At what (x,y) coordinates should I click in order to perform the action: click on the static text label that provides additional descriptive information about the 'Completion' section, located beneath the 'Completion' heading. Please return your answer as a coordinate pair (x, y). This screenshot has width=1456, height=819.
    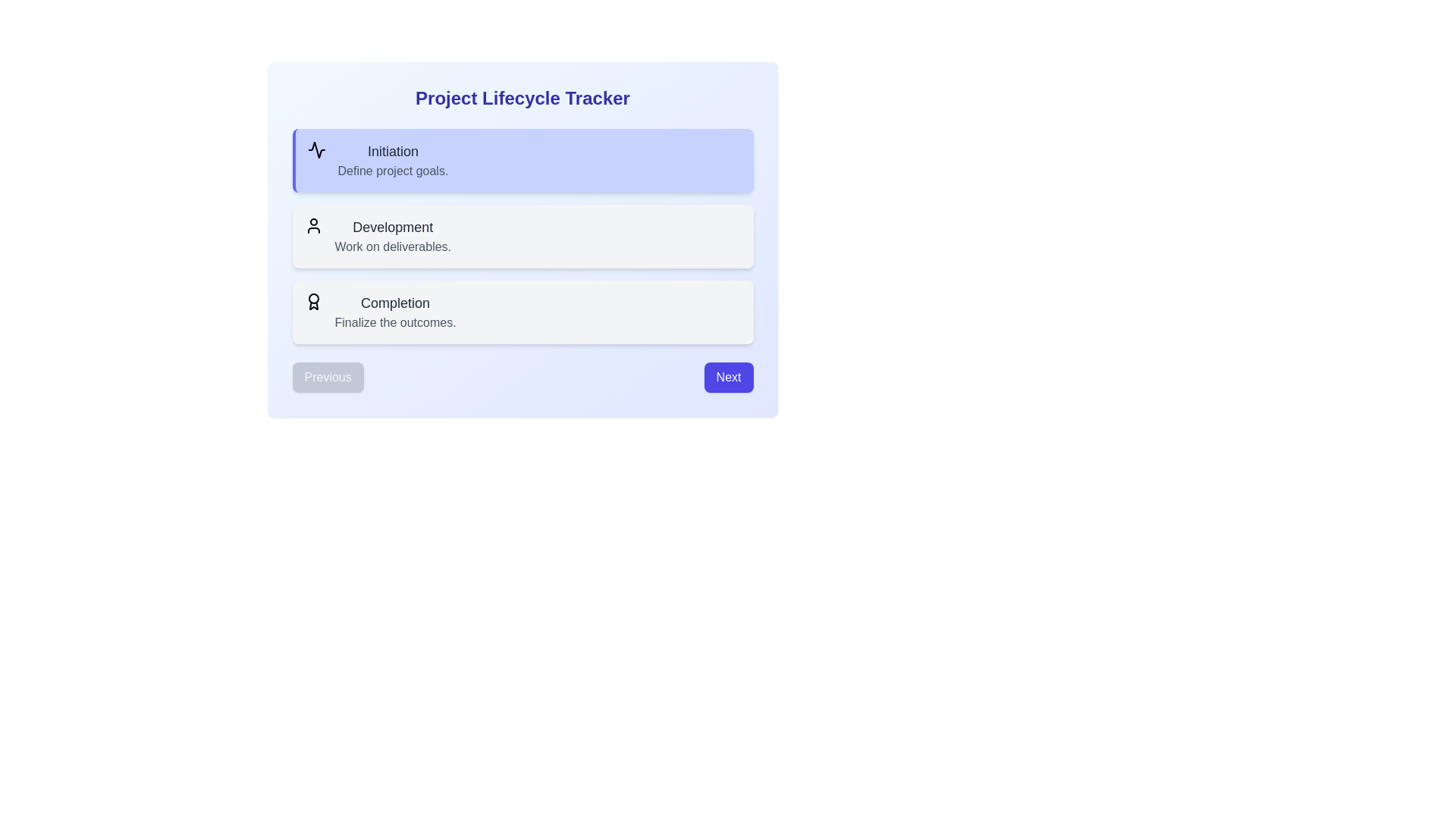
    Looking at the image, I should click on (395, 322).